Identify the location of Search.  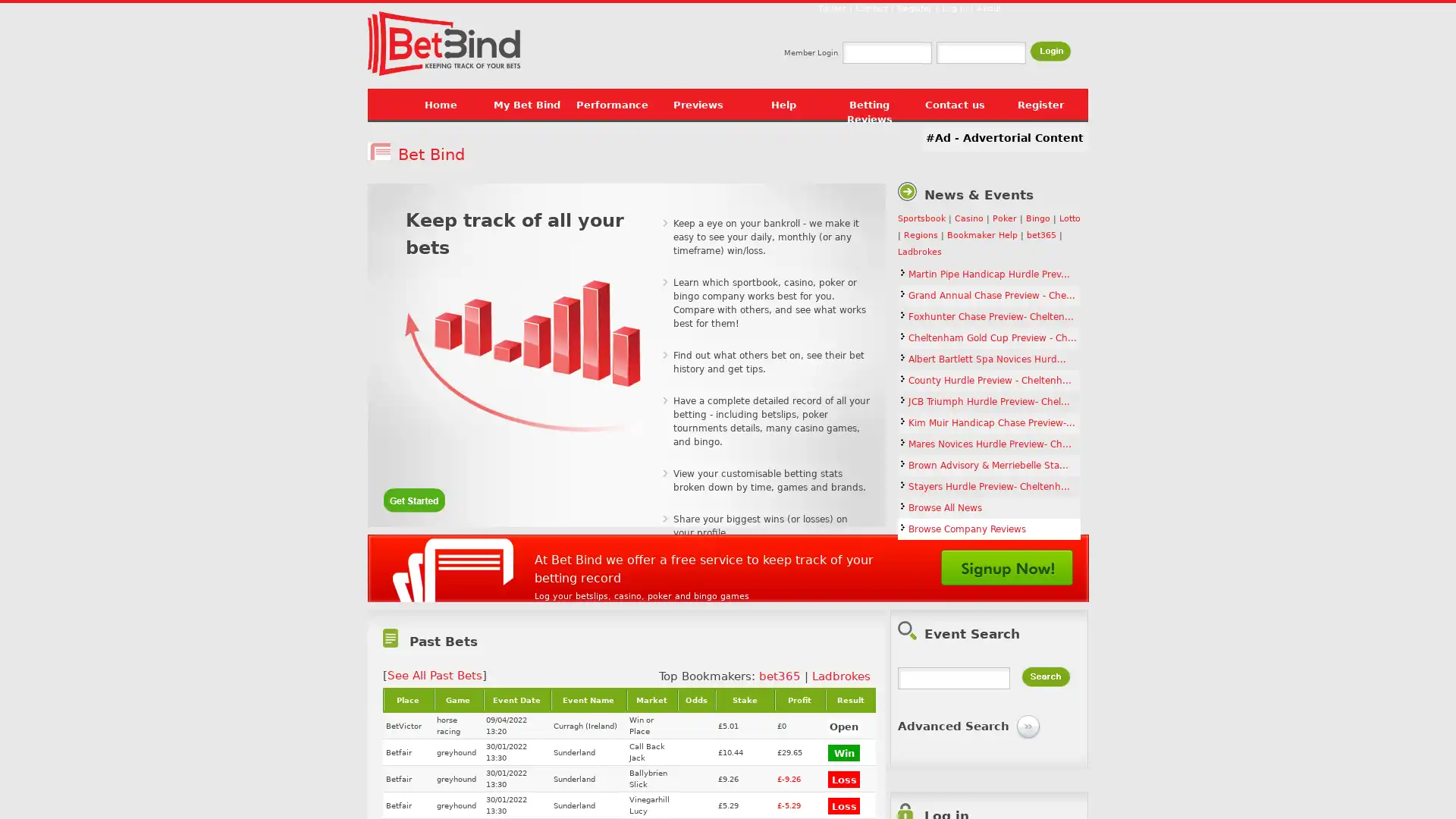
(1045, 676).